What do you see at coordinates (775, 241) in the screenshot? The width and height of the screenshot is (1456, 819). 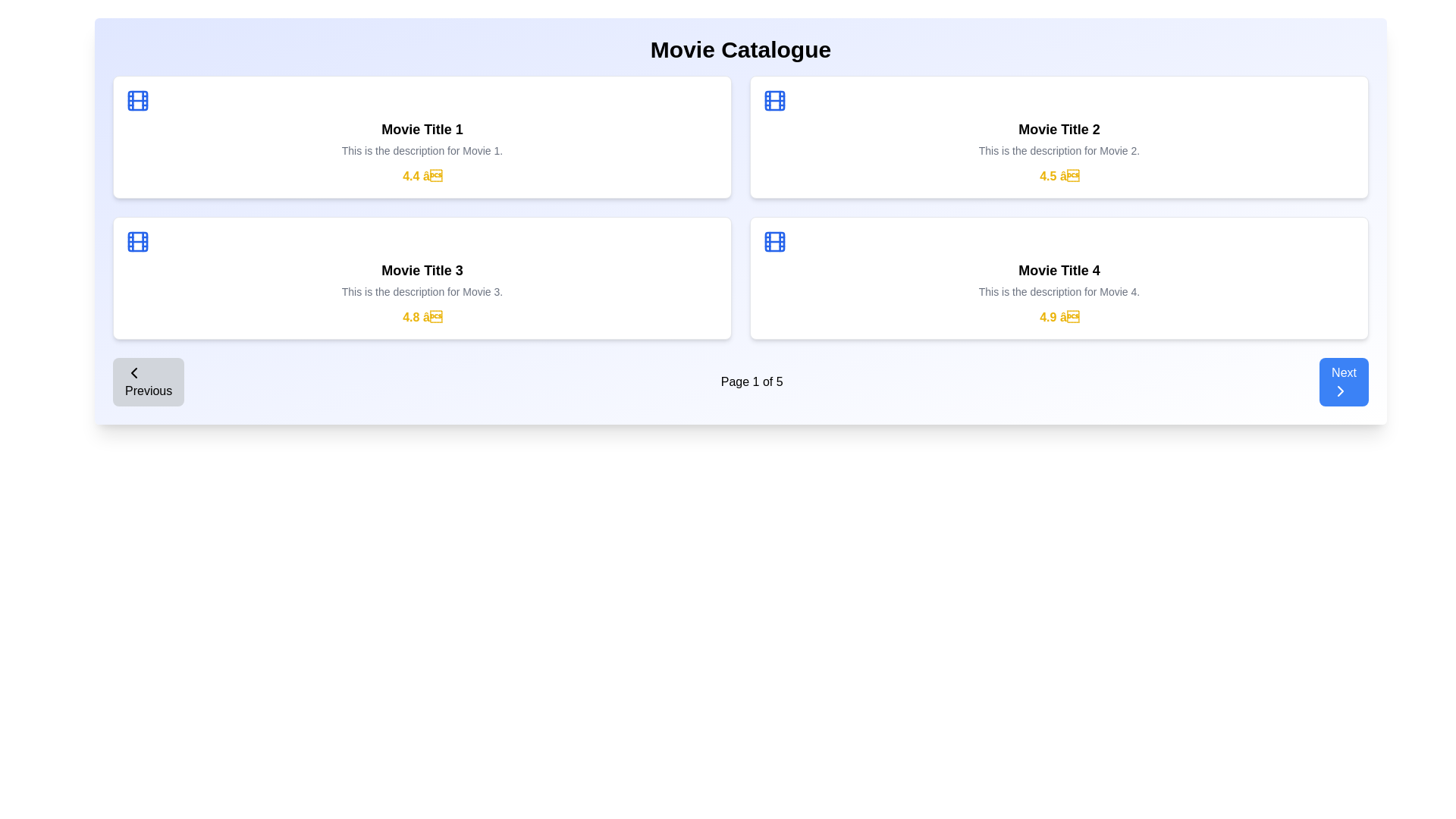 I see `the graphic decorative element` at bounding box center [775, 241].